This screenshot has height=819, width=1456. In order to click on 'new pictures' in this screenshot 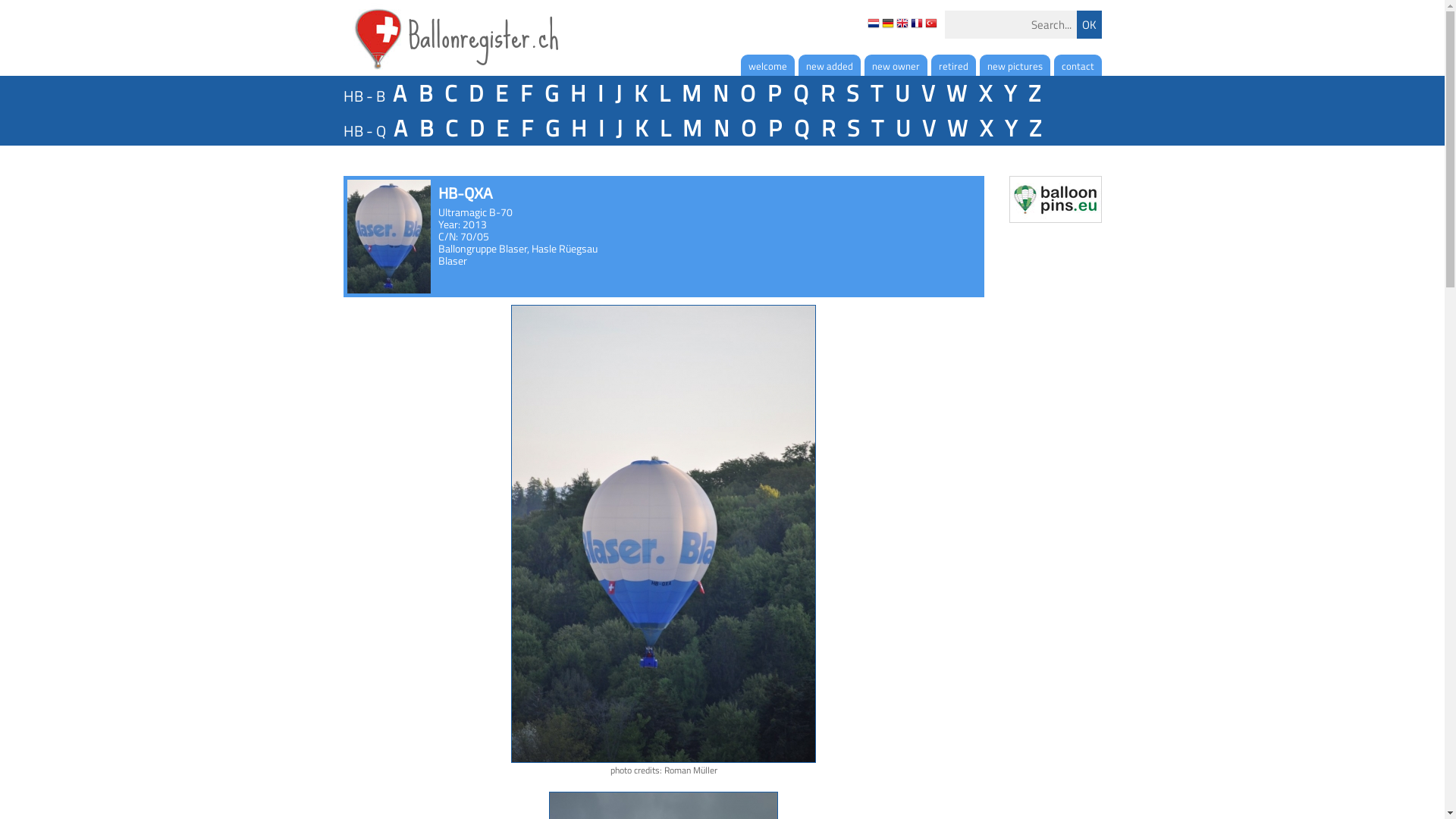, I will do `click(1015, 64)`.